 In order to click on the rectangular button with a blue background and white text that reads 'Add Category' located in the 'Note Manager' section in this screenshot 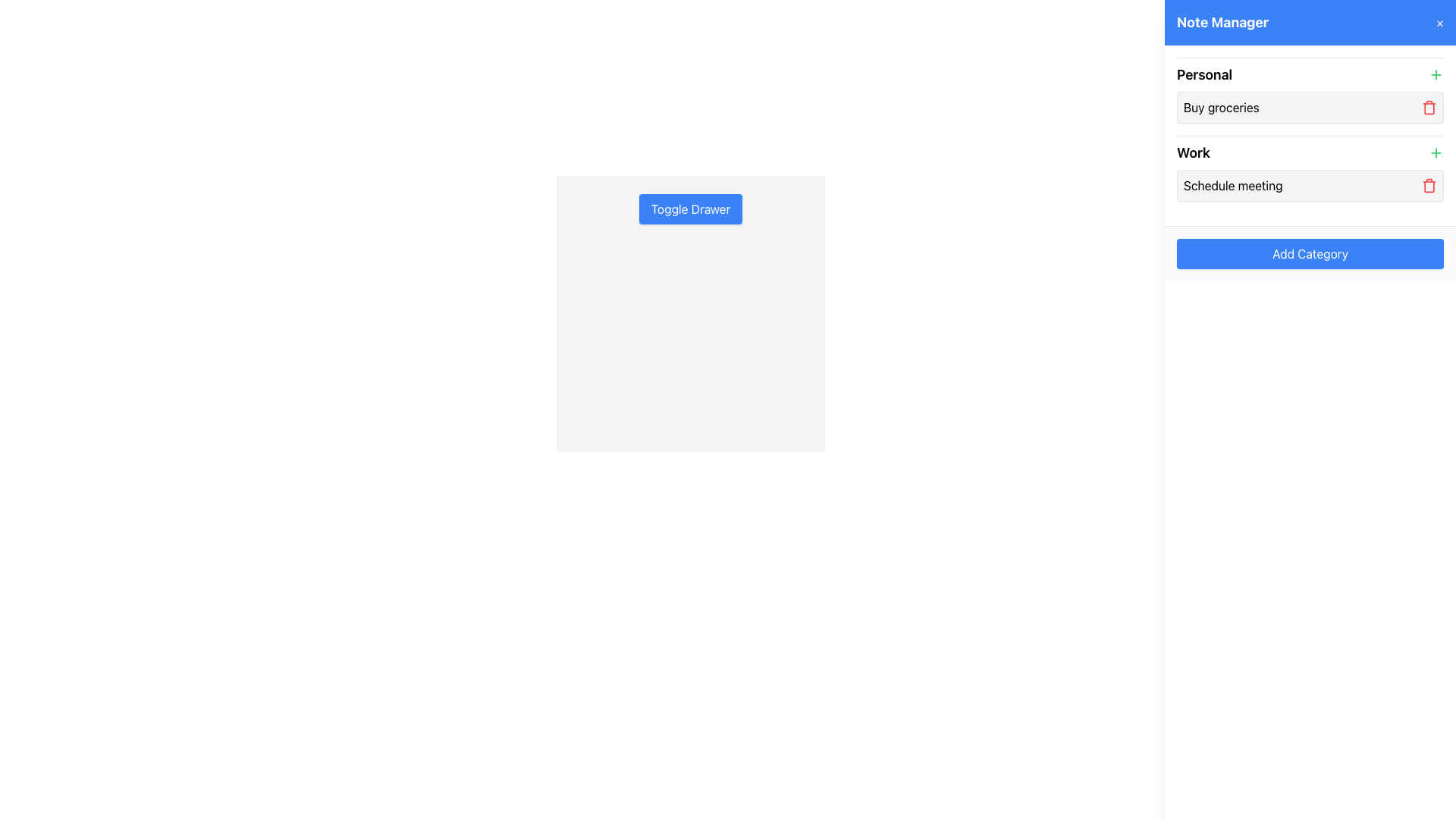, I will do `click(1310, 253)`.